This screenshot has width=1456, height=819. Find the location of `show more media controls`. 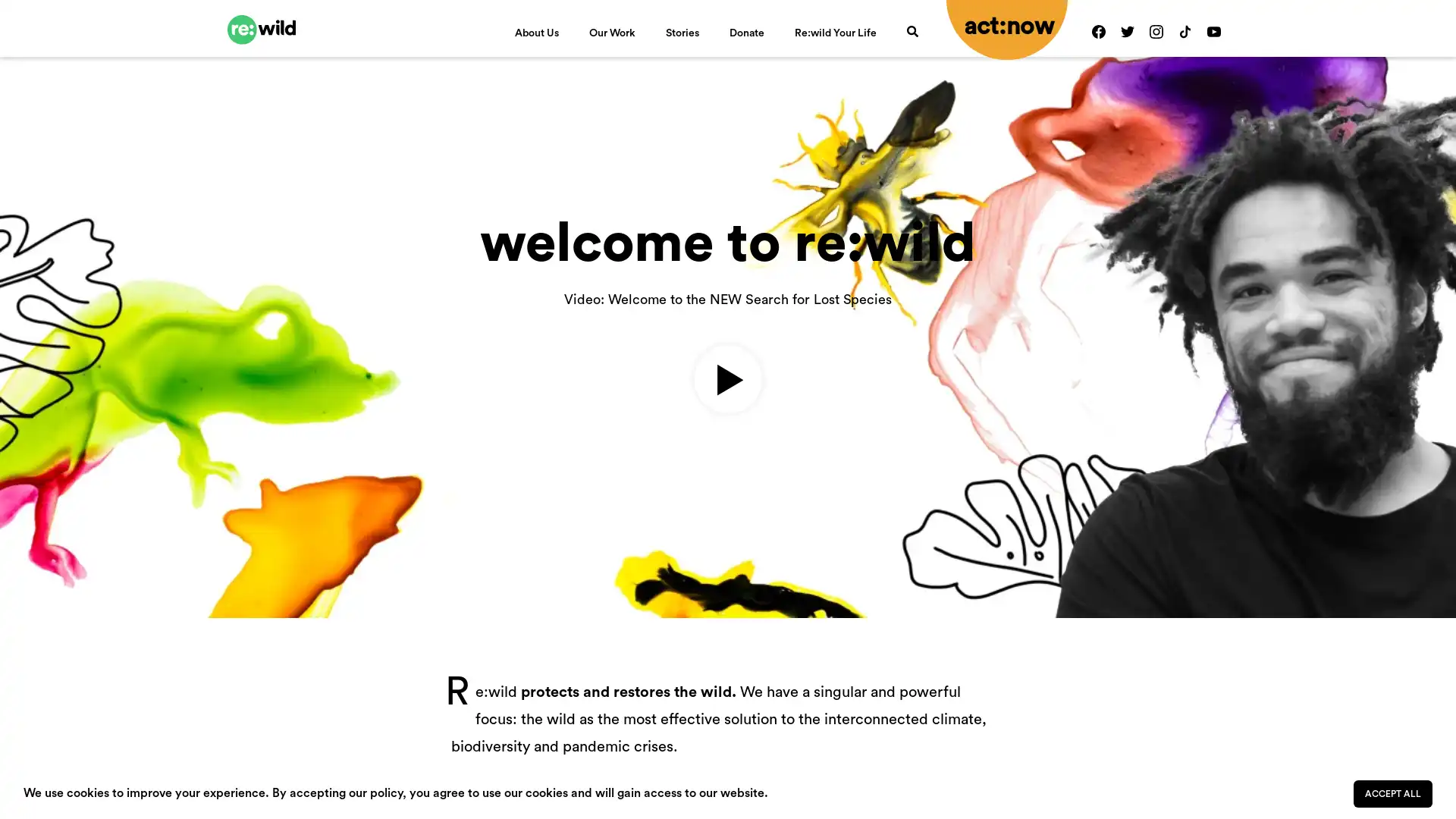

show more media controls is located at coordinates (1419, 513).